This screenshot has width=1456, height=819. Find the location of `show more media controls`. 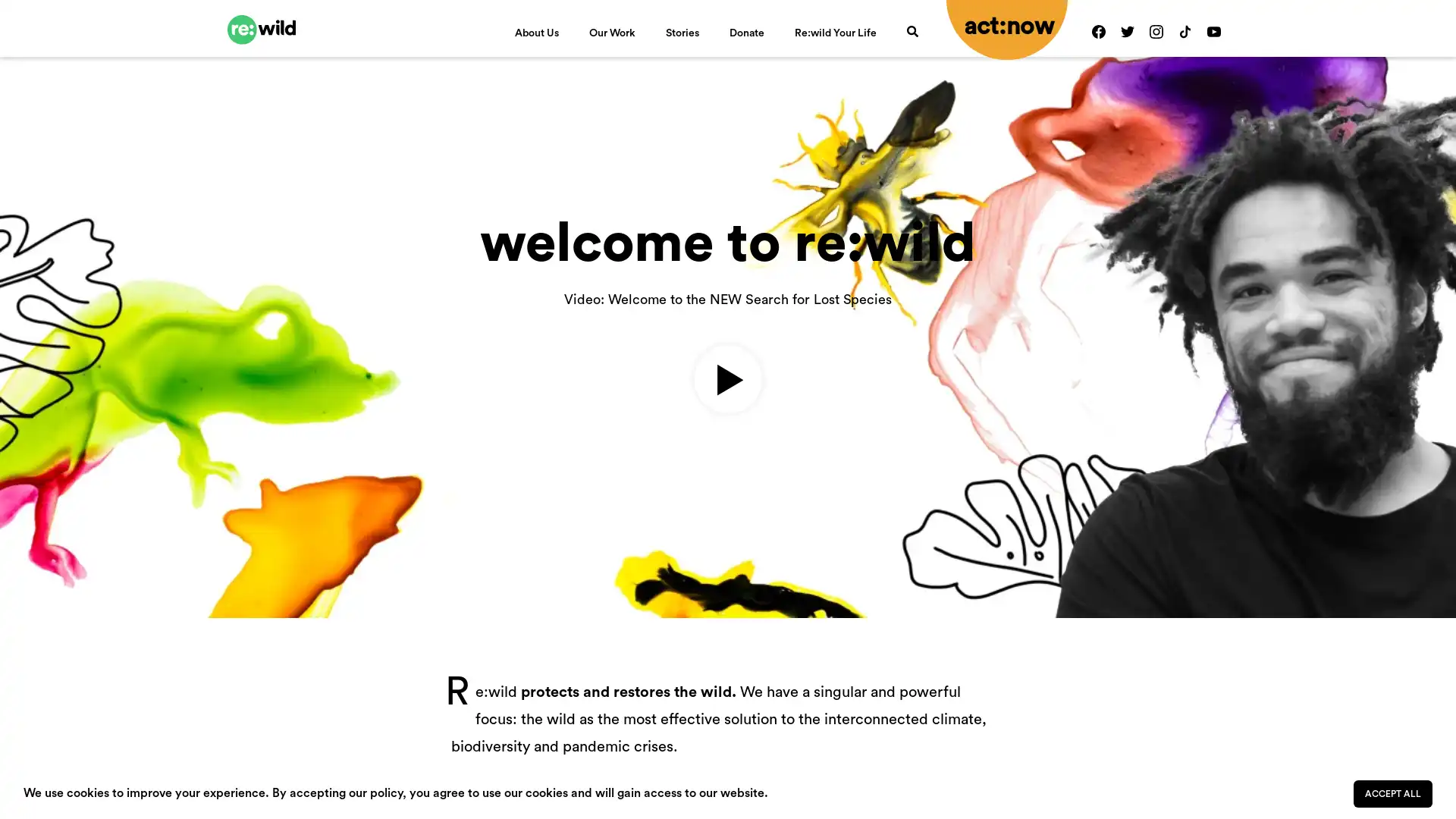

show more media controls is located at coordinates (1419, 513).